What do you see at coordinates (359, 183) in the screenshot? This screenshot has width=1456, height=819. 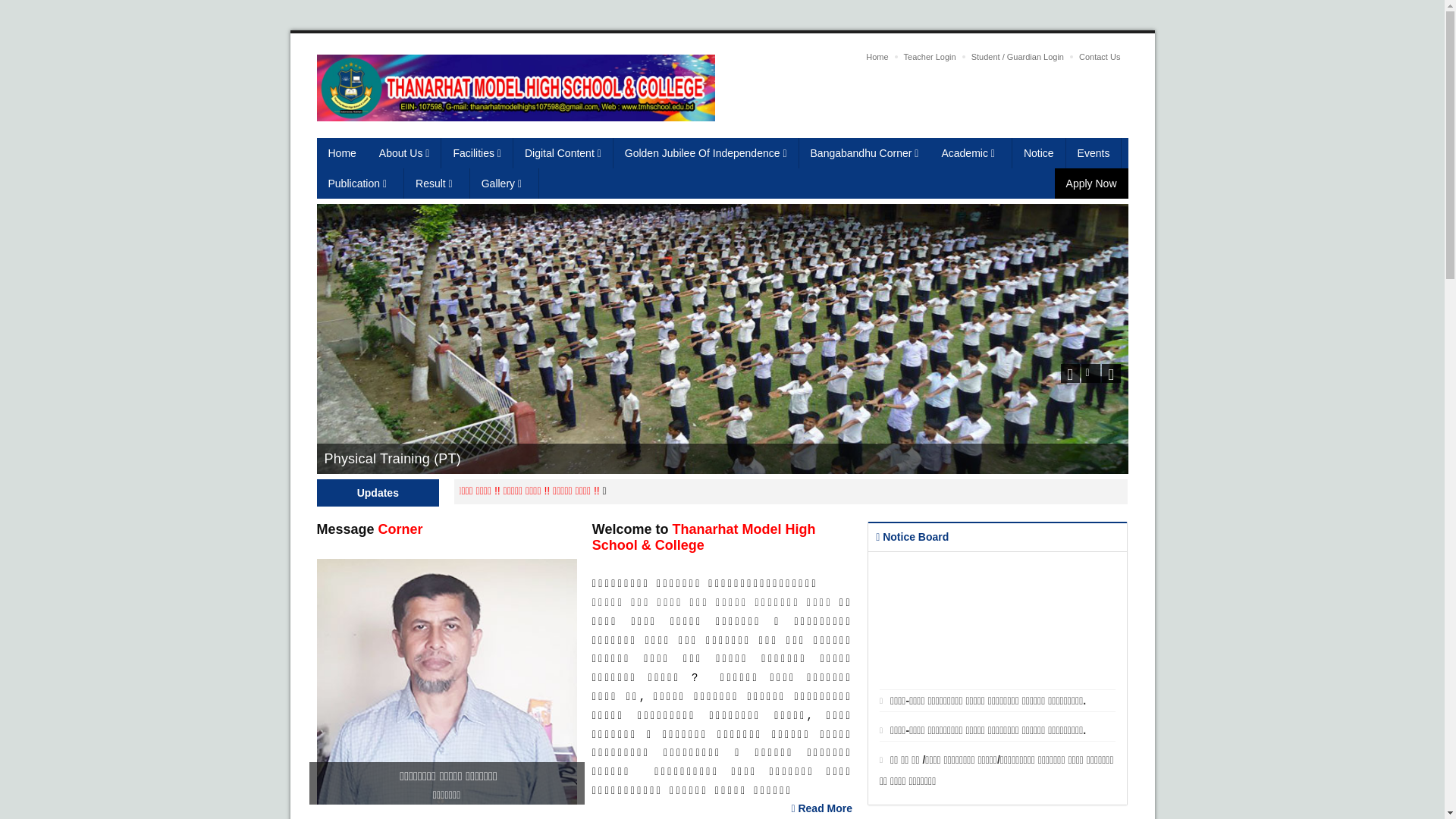 I see `'Publication'` at bounding box center [359, 183].